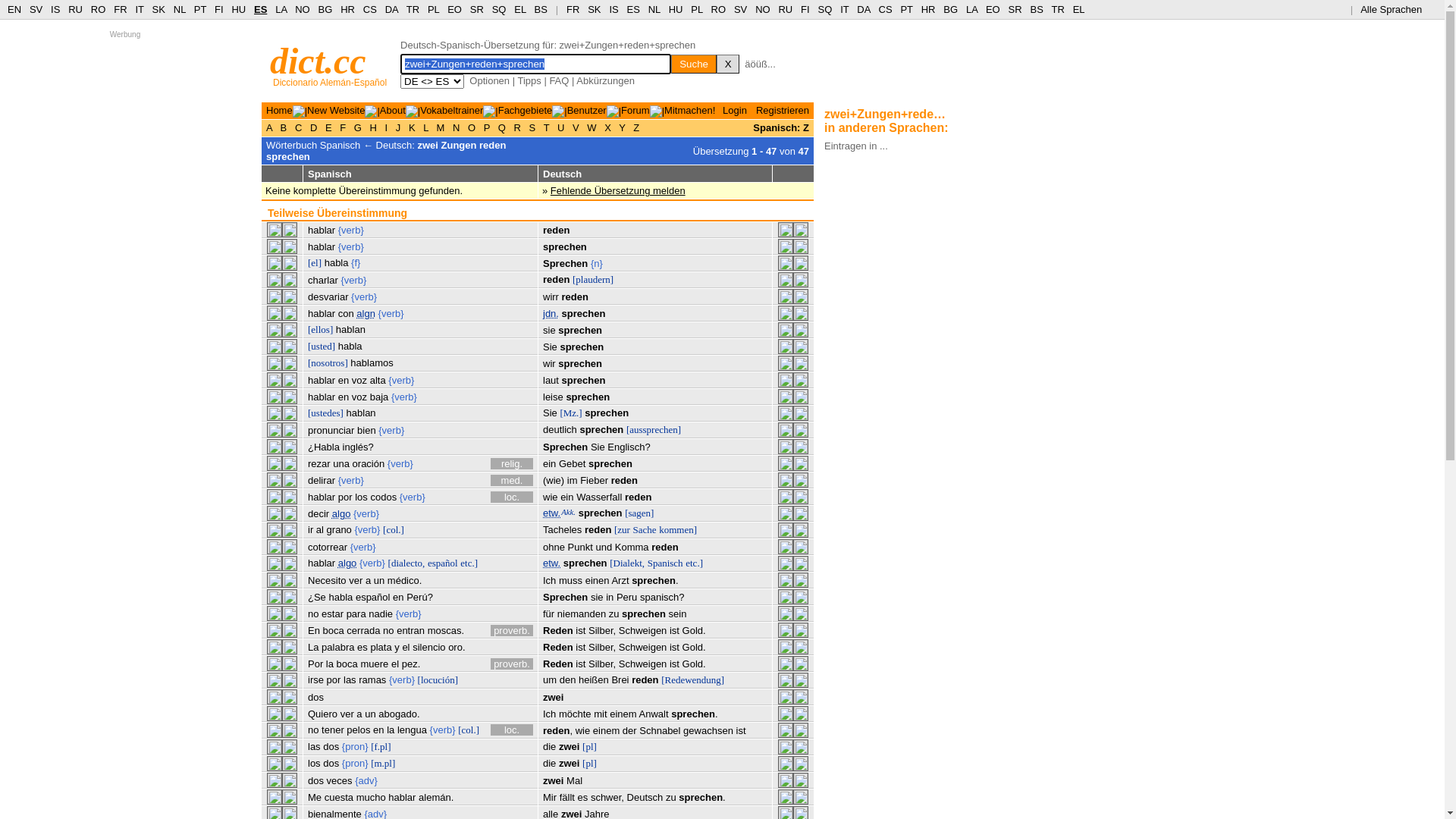  Describe the element at coordinates (559, 347) in the screenshot. I see `'sprechen'` at that location.